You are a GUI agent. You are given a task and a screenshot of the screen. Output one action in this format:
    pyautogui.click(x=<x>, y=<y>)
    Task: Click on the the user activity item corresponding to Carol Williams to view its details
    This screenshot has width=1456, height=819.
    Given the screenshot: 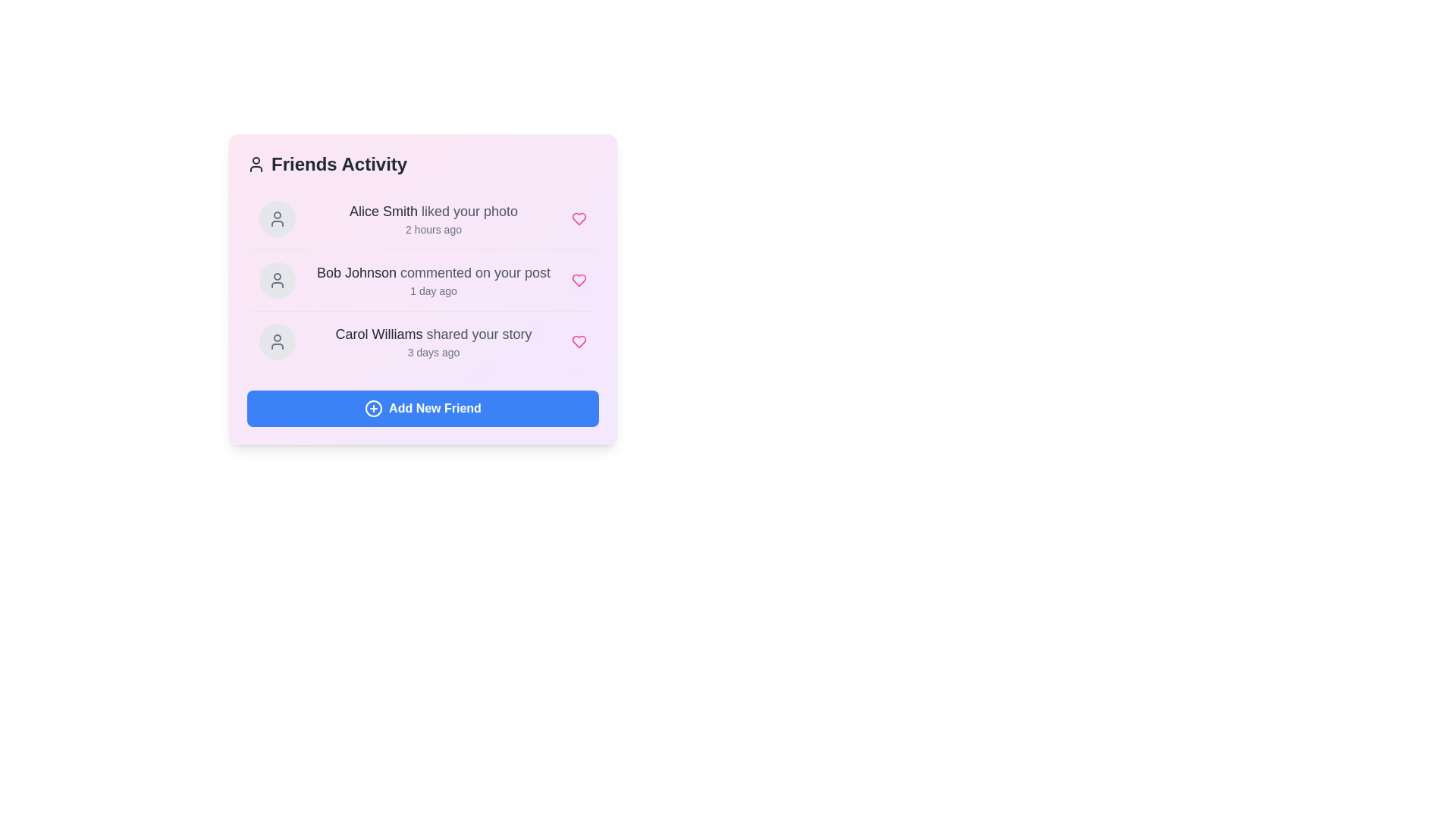 What is the action you would take?
    pyautogui.click(x=422, y=341)
    